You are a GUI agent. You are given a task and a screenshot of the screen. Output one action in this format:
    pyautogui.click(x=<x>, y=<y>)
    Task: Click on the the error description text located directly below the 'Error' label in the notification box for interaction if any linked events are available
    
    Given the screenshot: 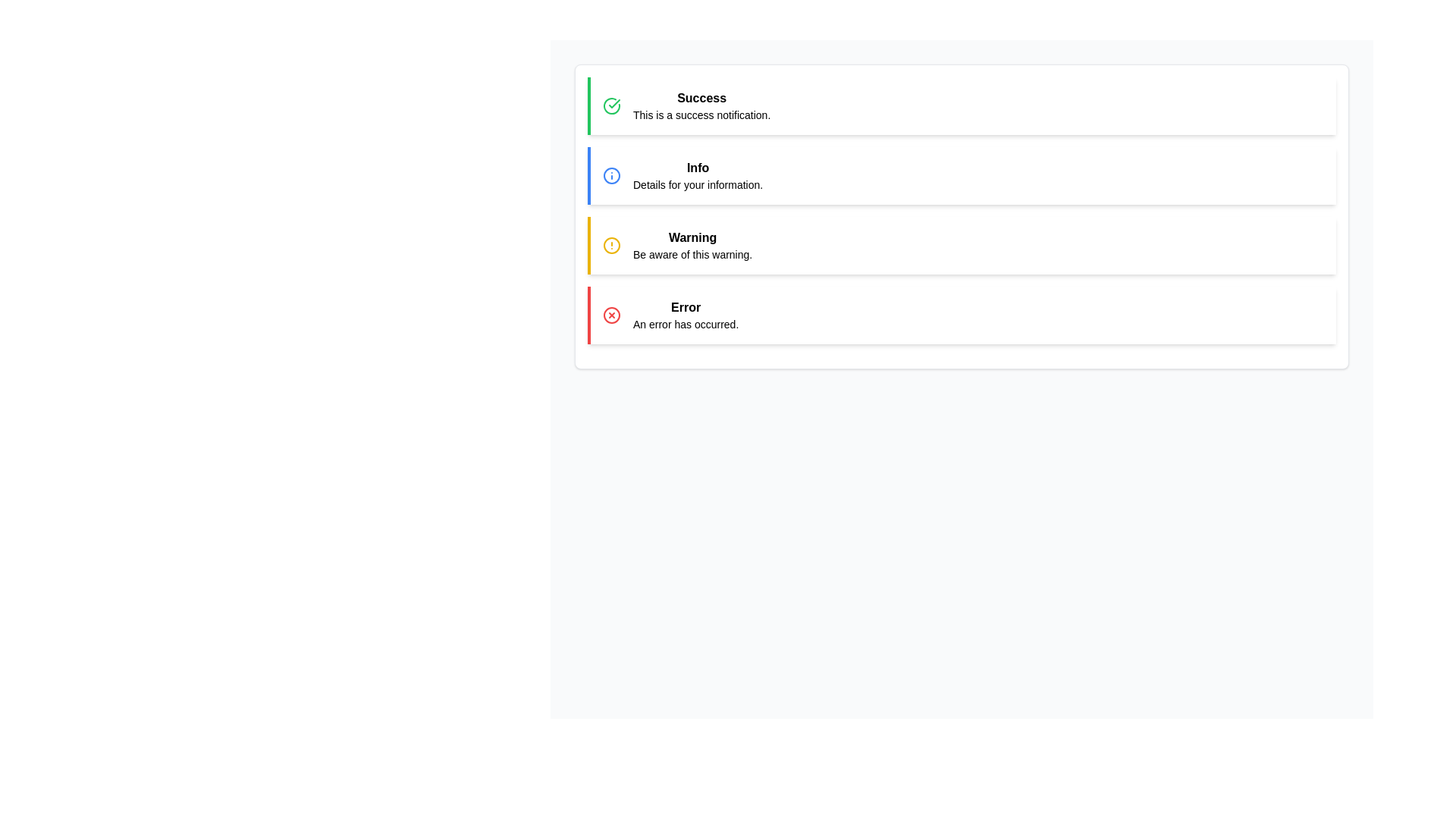 What is the action you would take?
    pyautogui.click(x=685, y=324)
    